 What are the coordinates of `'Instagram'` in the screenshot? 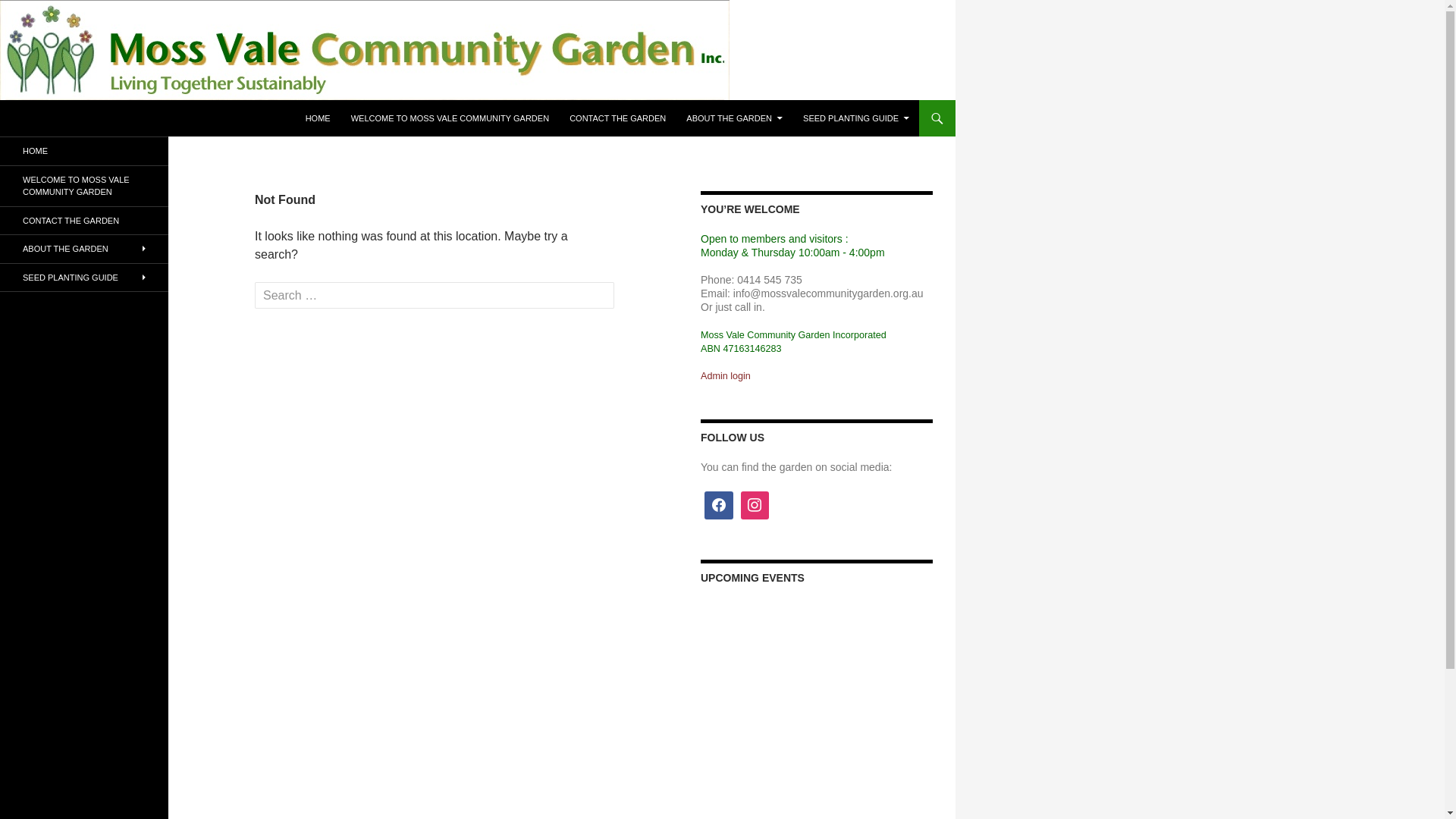 It's located at (755, 506).